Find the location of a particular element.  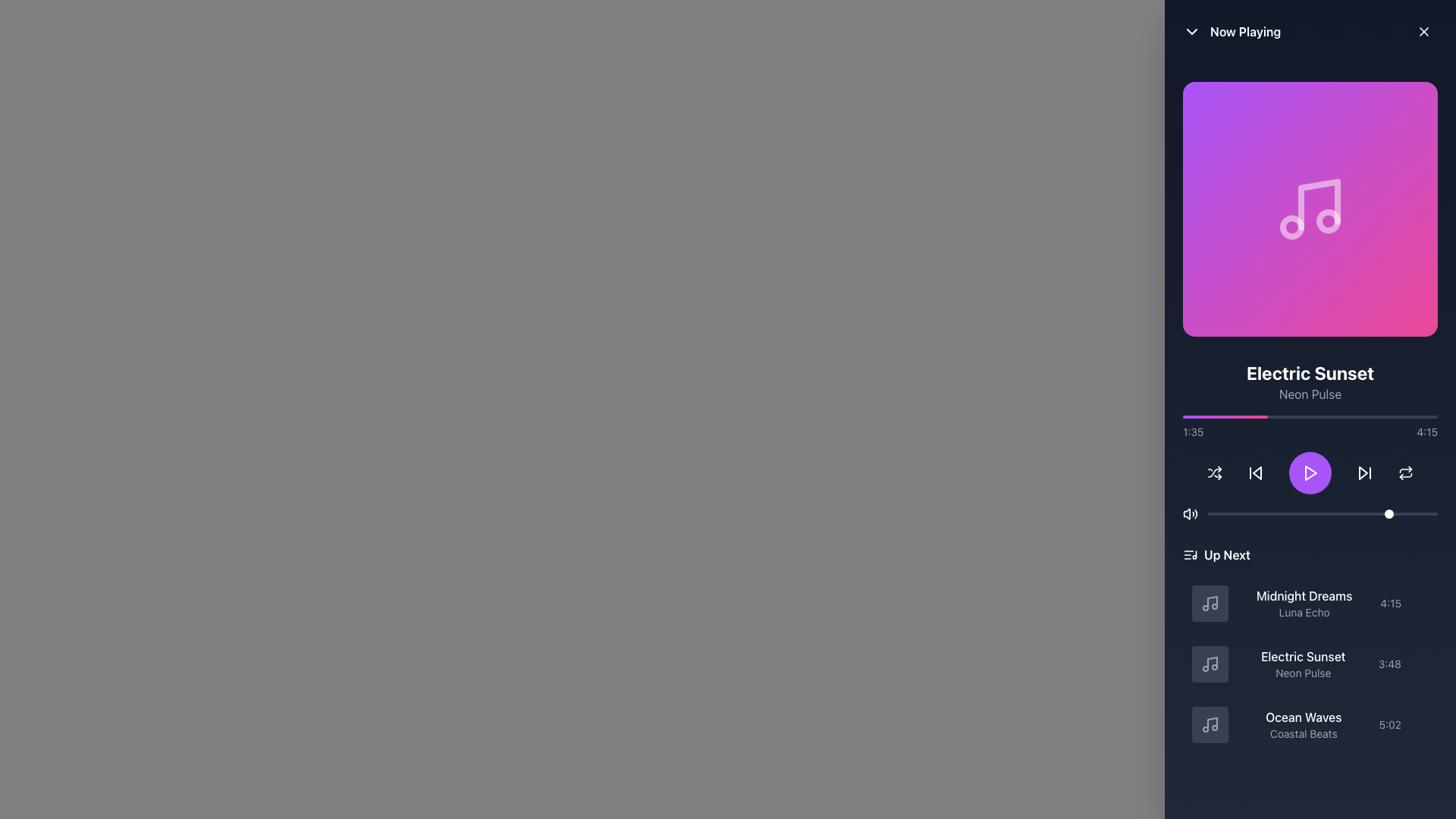

the slider thumb located at the bottom of the interface, which adjusts the volume level from 80 towards the desired value is located at coordinates (1321, 513).